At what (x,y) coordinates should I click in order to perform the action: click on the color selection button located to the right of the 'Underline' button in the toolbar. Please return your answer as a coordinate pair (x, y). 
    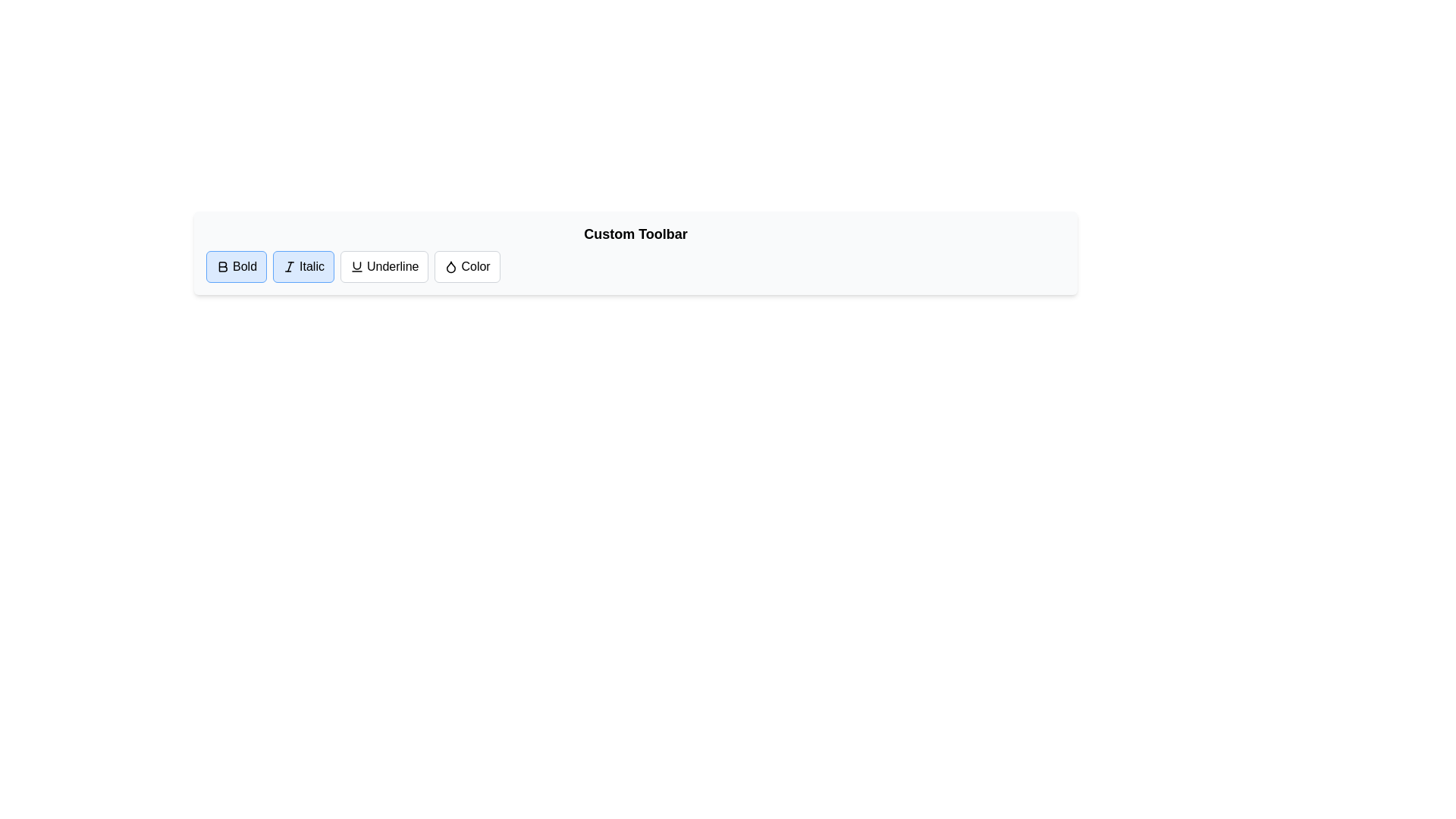
    Looking at the image, I should click on (466, 265).